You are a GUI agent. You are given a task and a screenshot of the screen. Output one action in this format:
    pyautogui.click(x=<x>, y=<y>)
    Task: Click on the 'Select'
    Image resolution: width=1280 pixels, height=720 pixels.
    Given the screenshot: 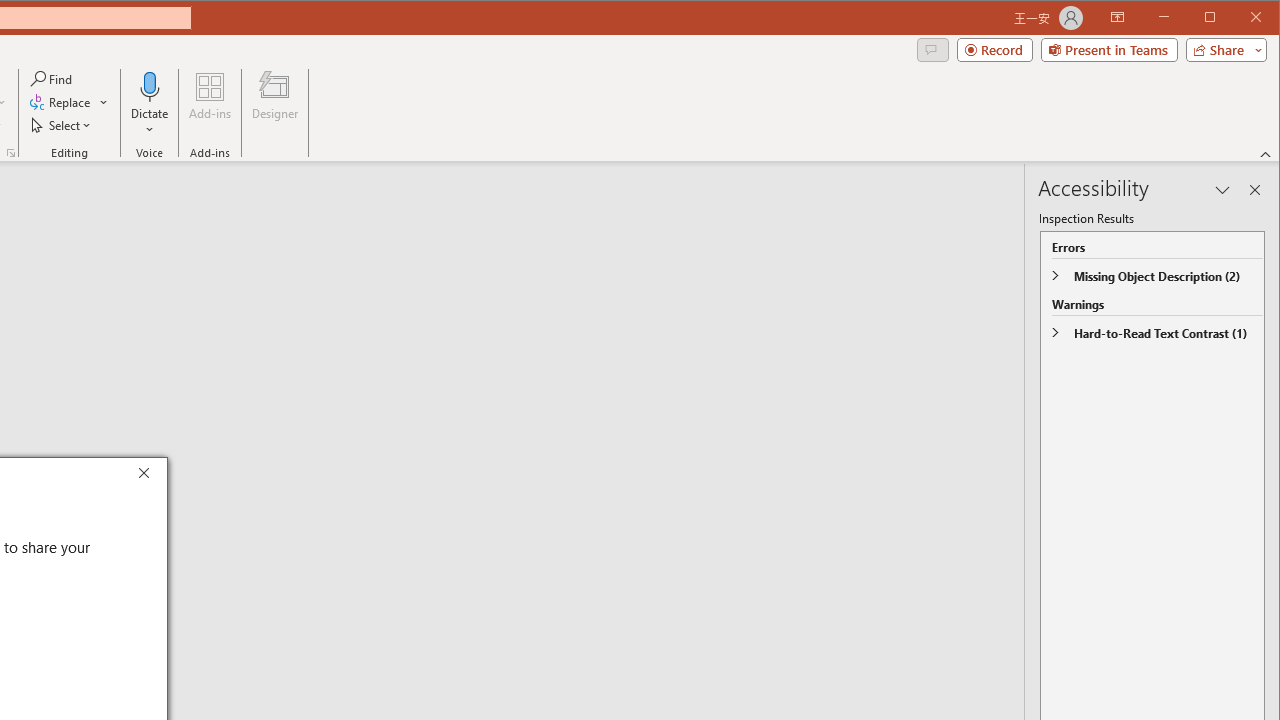 What is the action you would take?
    pyautogui.click(x=62, y=125)
    